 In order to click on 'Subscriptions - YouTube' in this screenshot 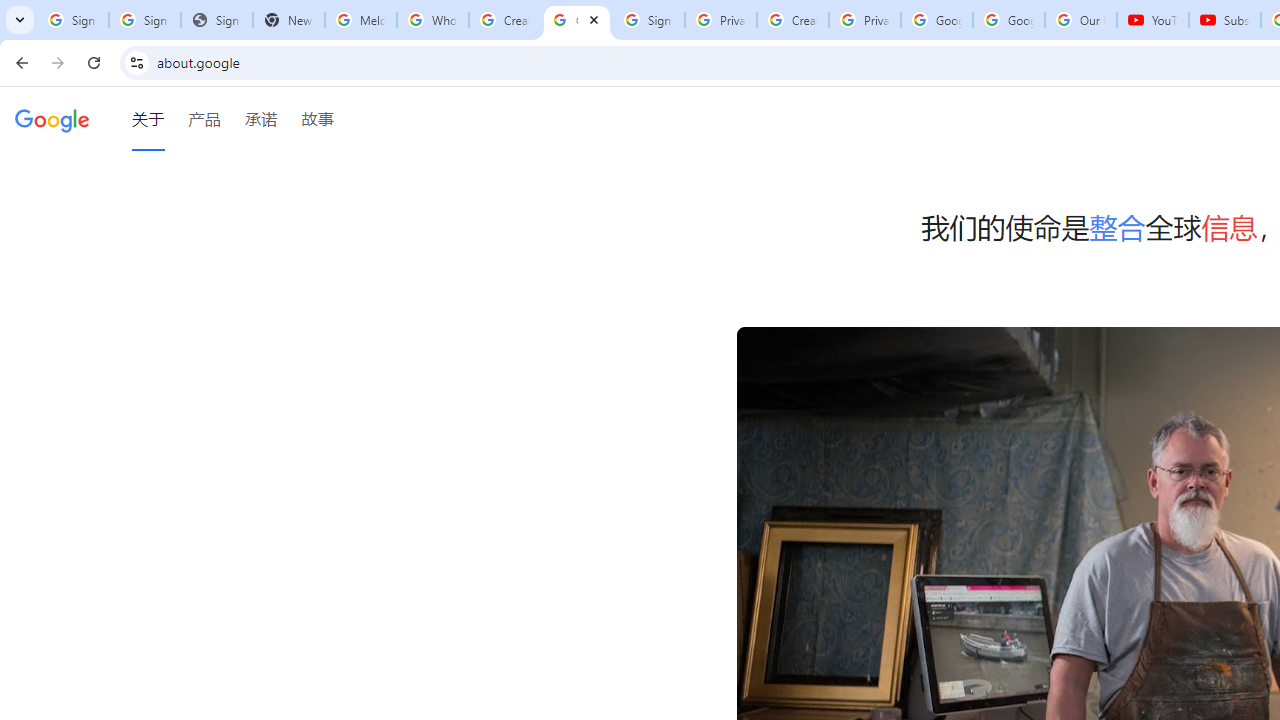, I will do `click(1223, 20)`.